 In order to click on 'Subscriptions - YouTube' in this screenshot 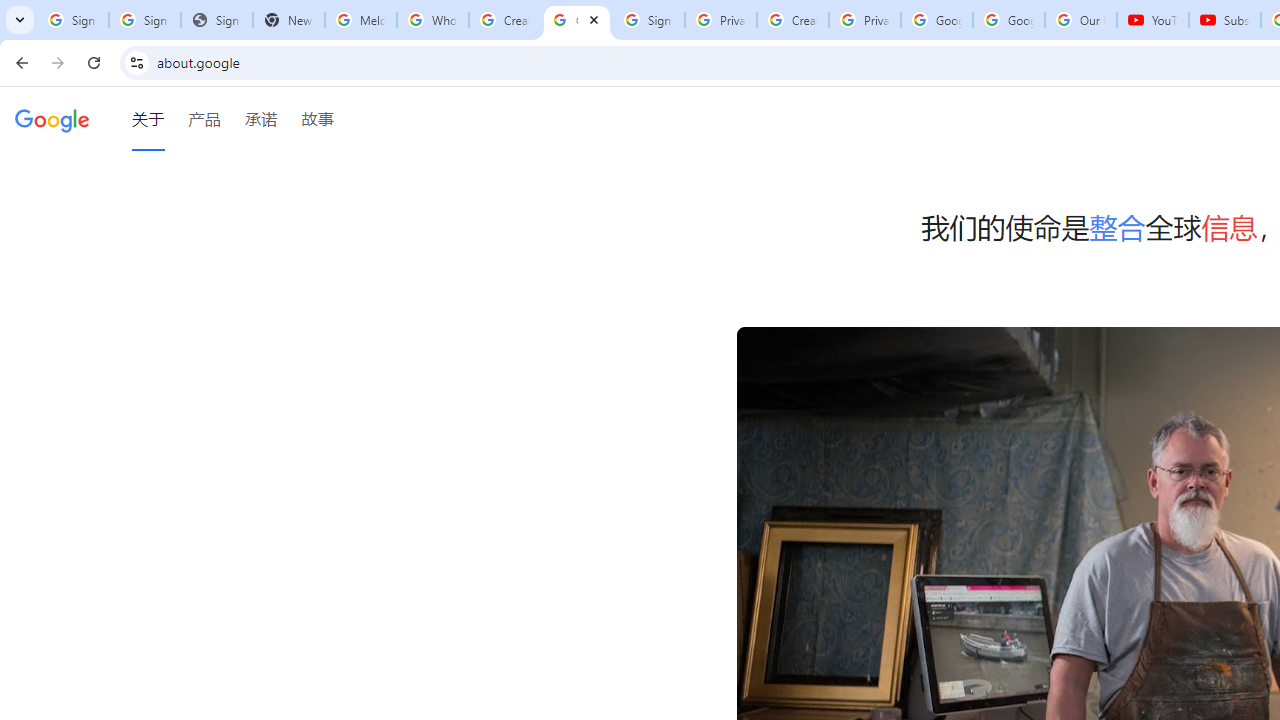, I will do `click(1223, 20)`.